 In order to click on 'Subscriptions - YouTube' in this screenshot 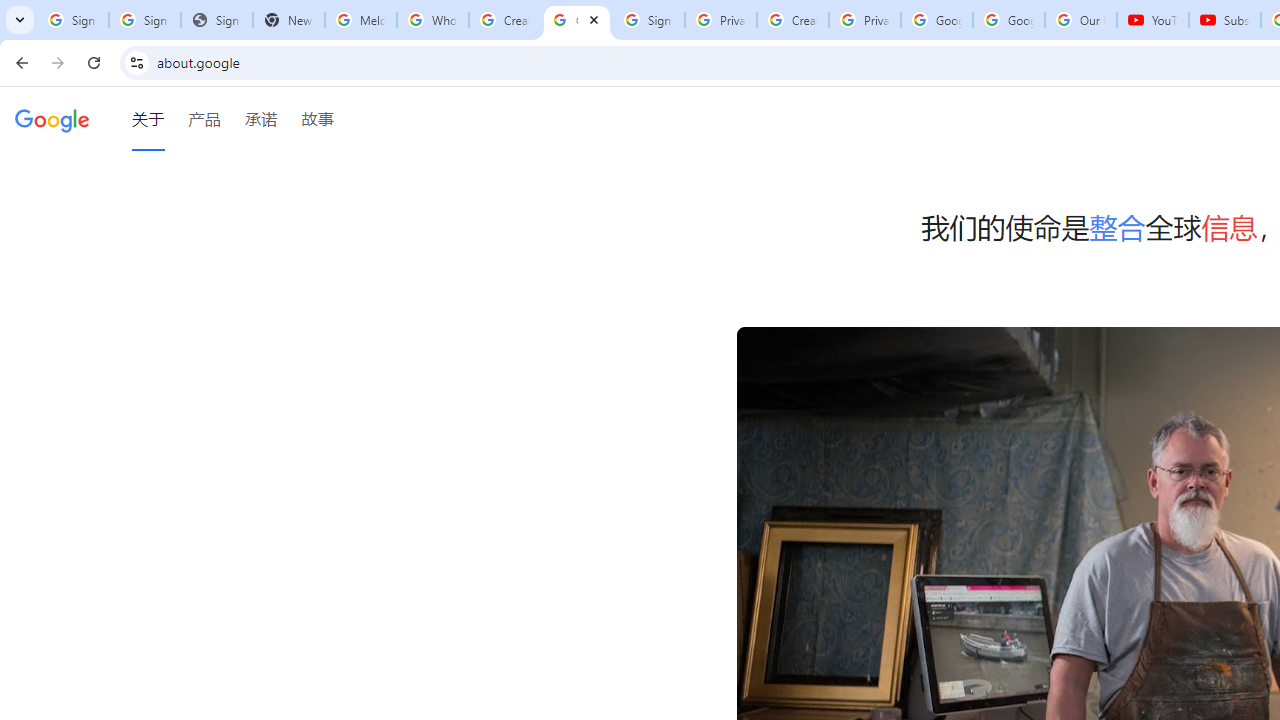, I will do `click(1223, 20)`.